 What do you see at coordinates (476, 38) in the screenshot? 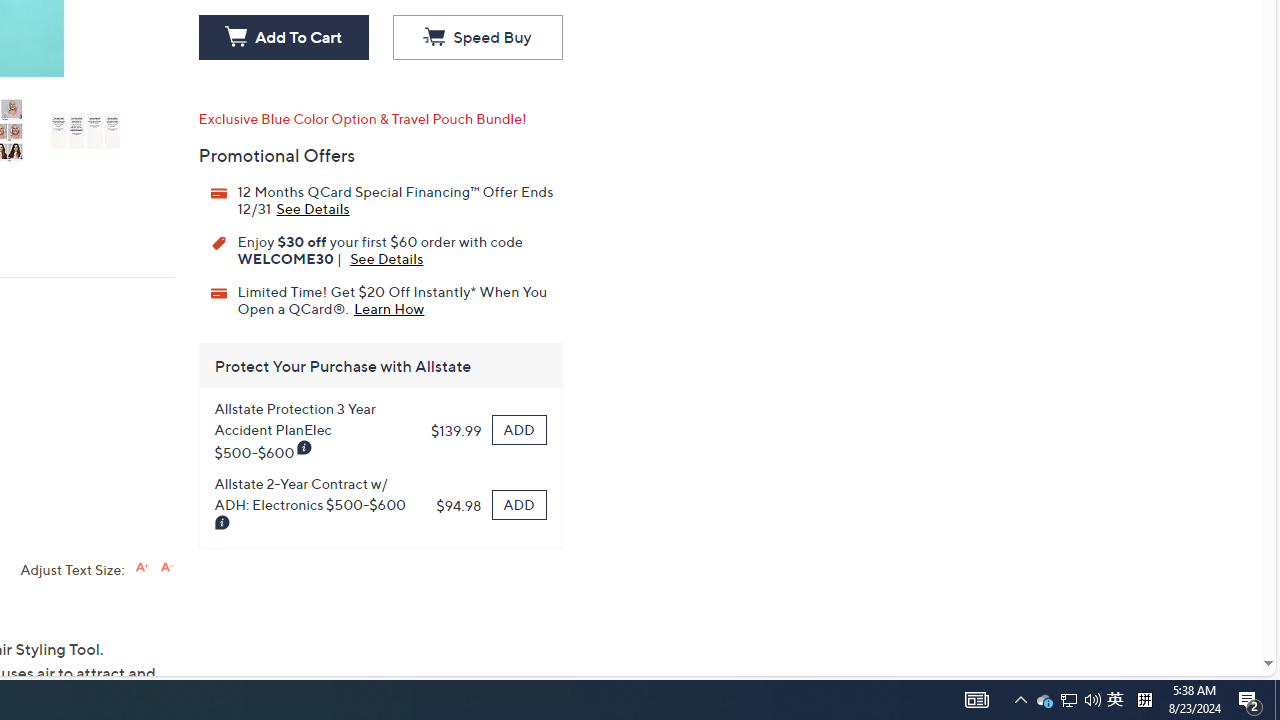
I see `'Speed Buy'` at bounding box center [476, 38].